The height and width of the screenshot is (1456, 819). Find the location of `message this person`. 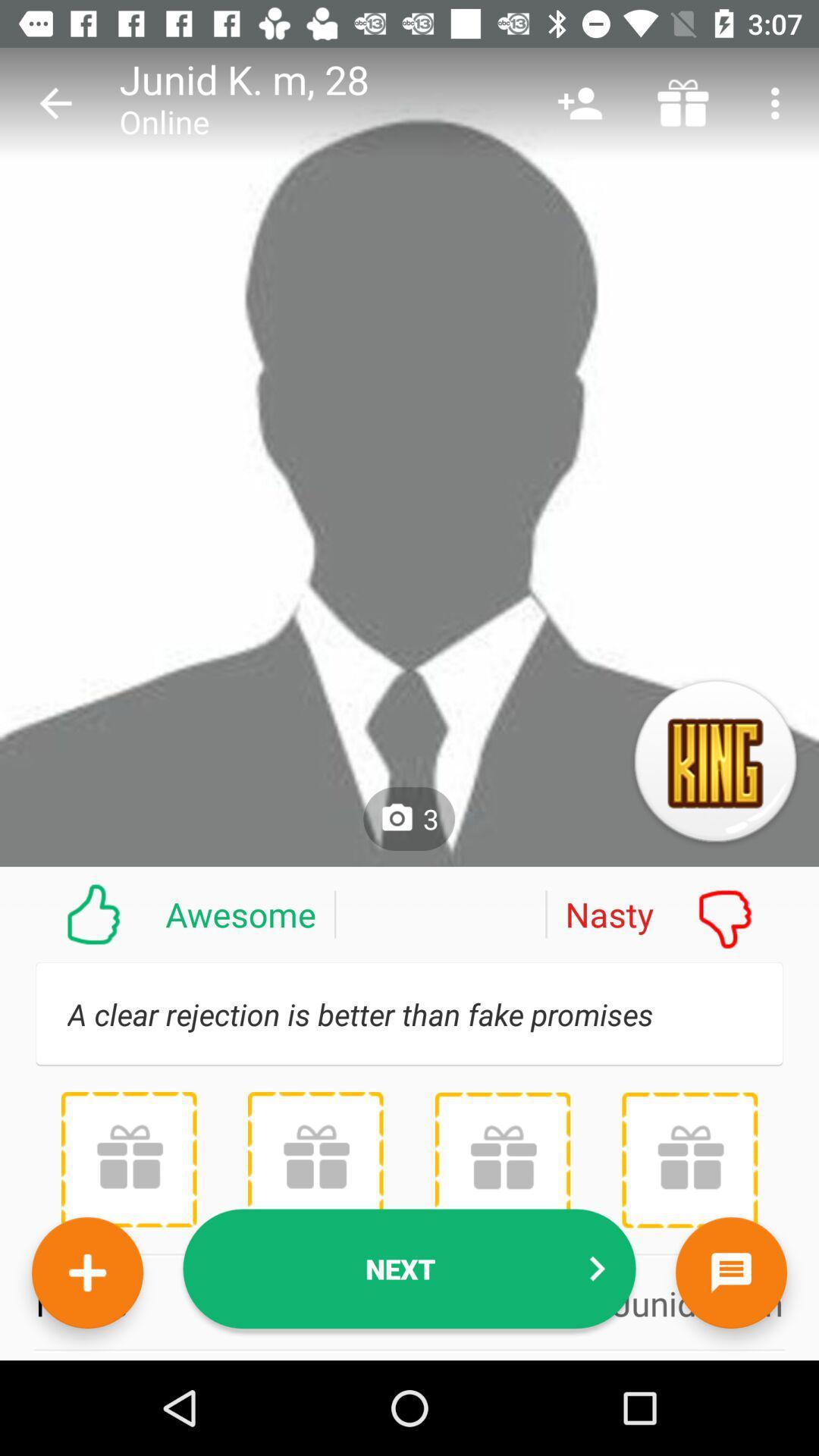

message this person is located at coordinates (730, 1272).